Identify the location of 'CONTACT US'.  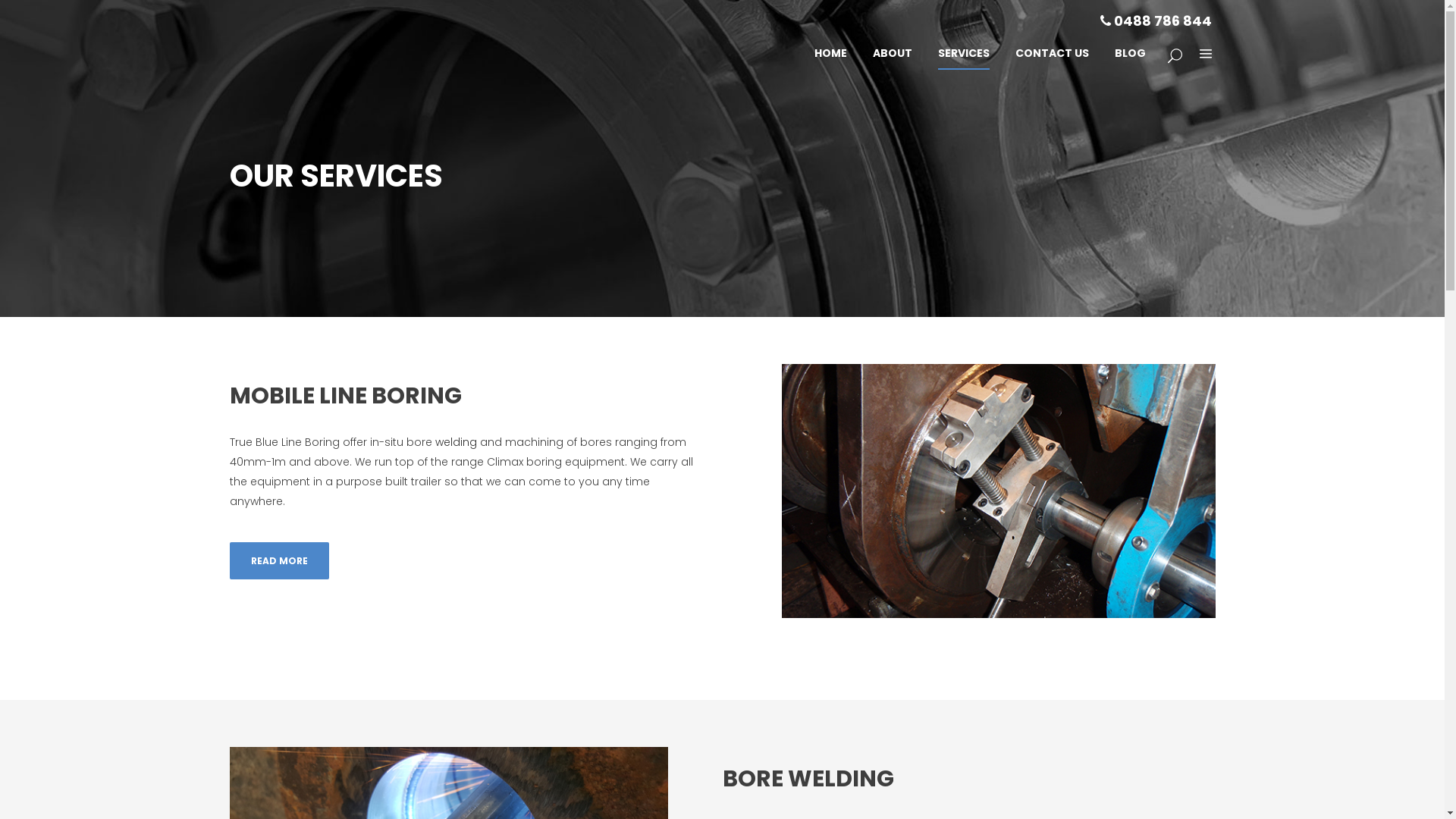
(1051, 52).